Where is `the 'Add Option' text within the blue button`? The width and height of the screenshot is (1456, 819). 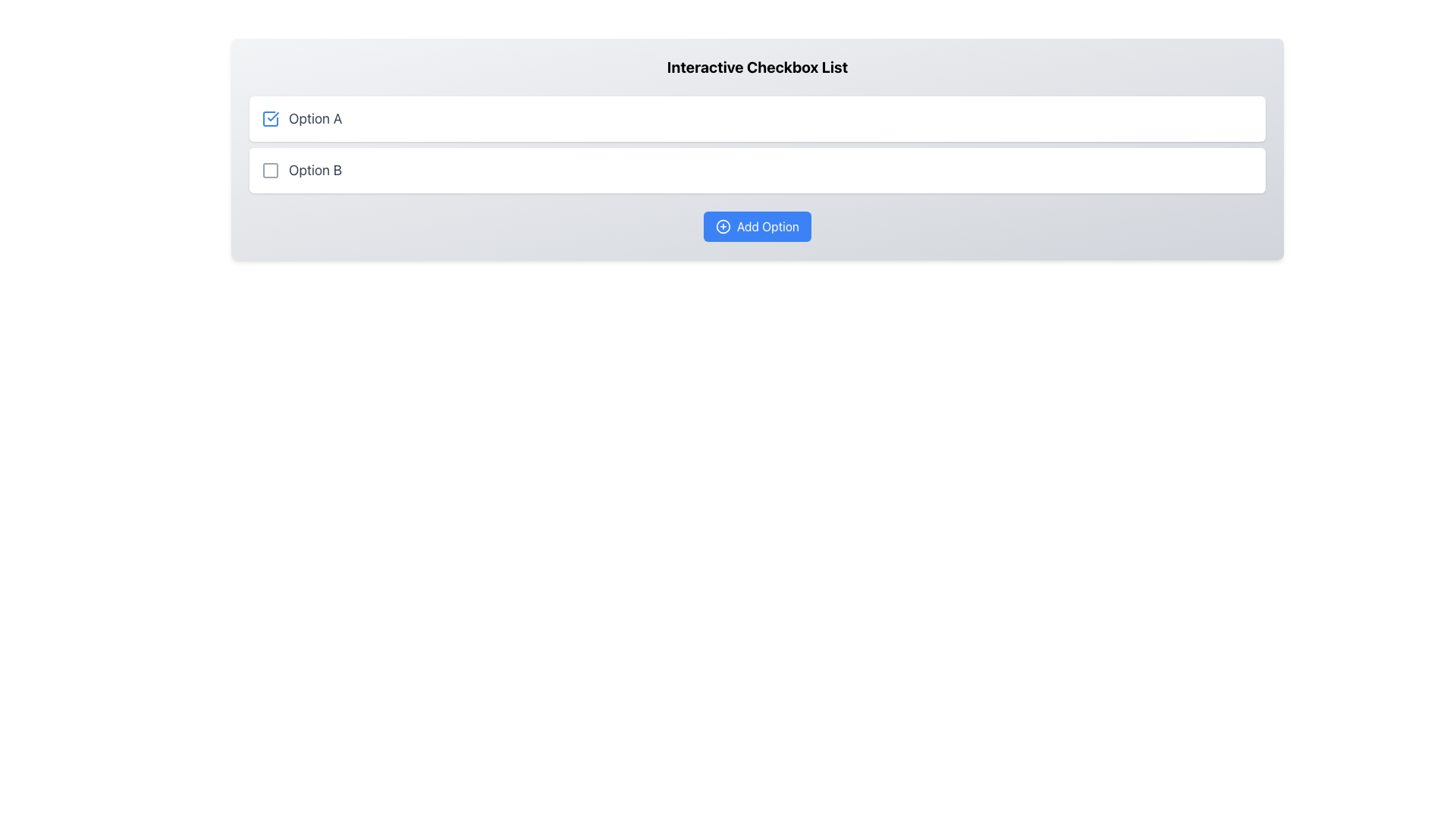
the 'Add Option' text within the blue button is located at coordinates (767, 227).